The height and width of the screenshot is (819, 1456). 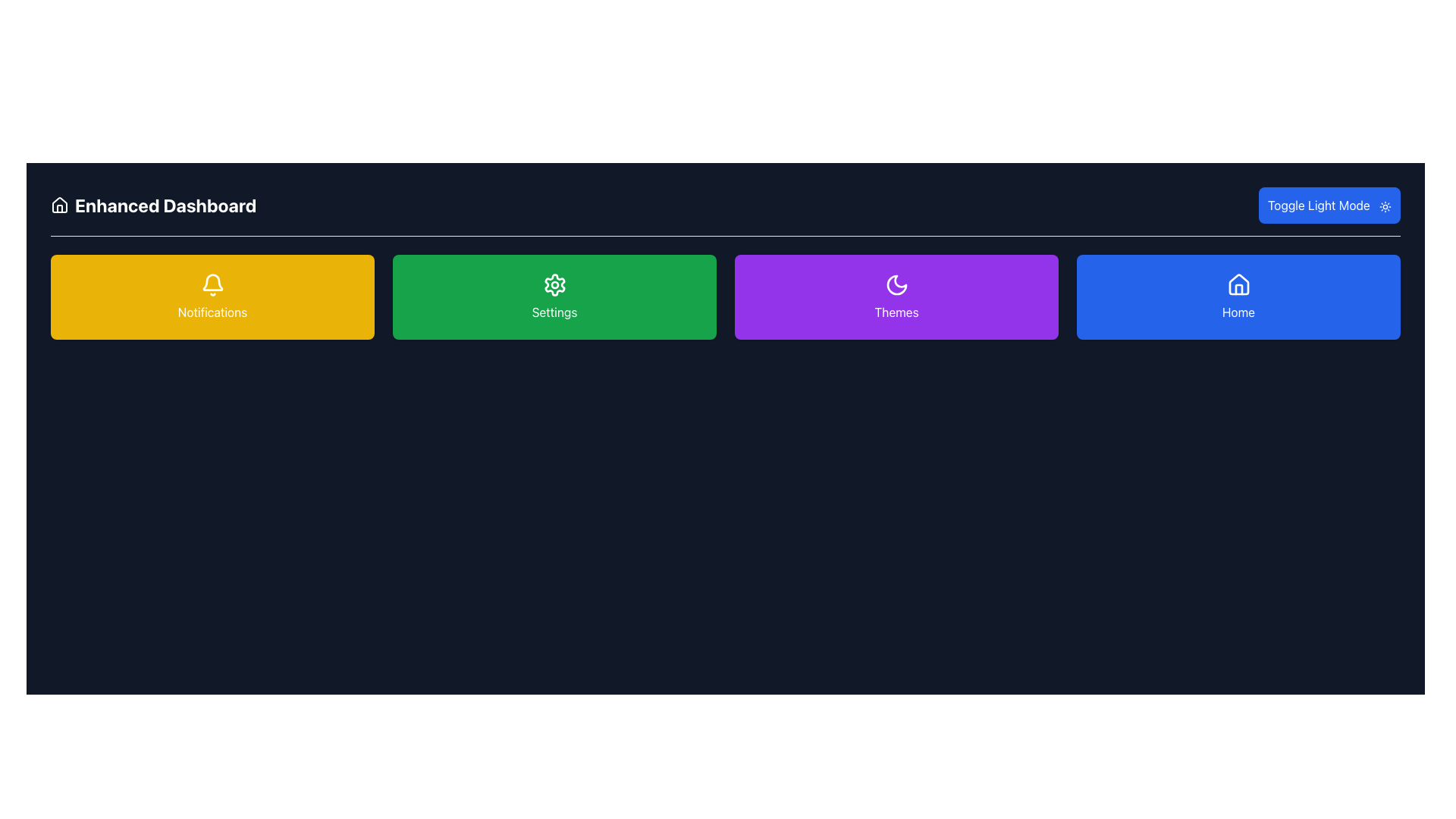 What do you see at coordinates (554, 284) in the screenshot?
I see `the cogwheel icon located centrally within the green 'Settings' button` at bounding box center [554, 284].